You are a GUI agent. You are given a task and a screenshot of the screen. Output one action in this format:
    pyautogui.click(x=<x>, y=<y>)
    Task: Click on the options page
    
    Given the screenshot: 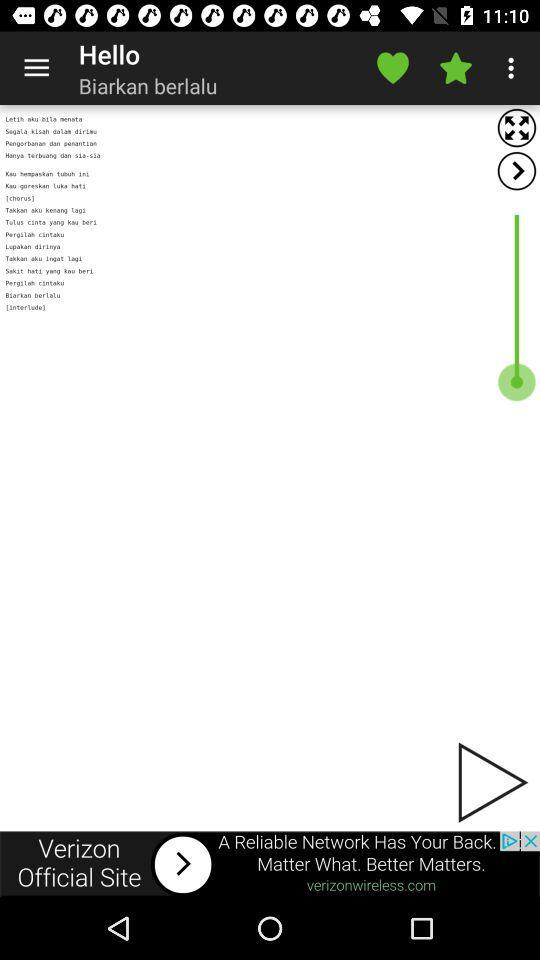 What is the action you would take?
    pyautogui.click(x=516, y=170)
    